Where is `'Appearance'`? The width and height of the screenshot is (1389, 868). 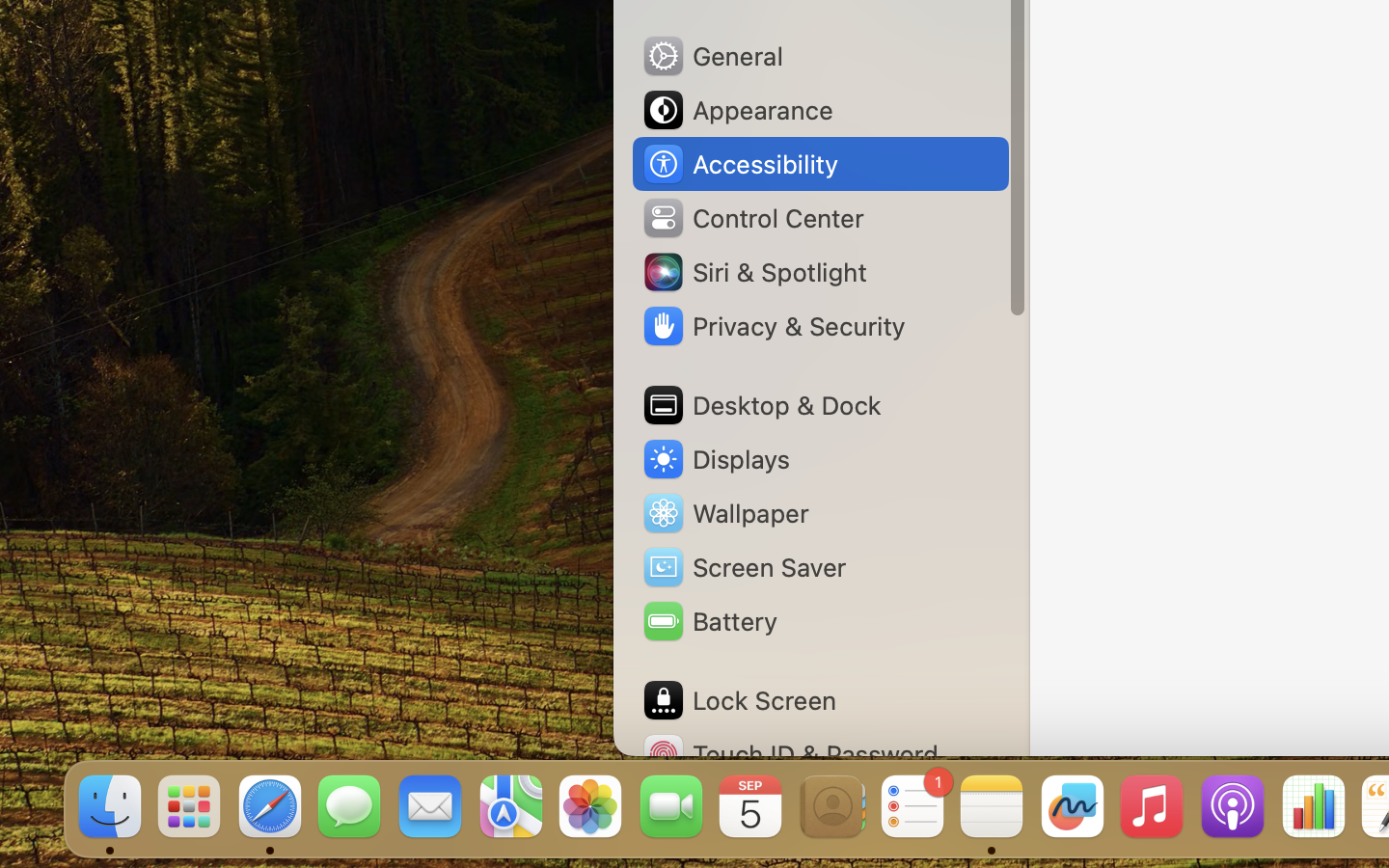 'Appearance' is located at coordinates (736, 110).